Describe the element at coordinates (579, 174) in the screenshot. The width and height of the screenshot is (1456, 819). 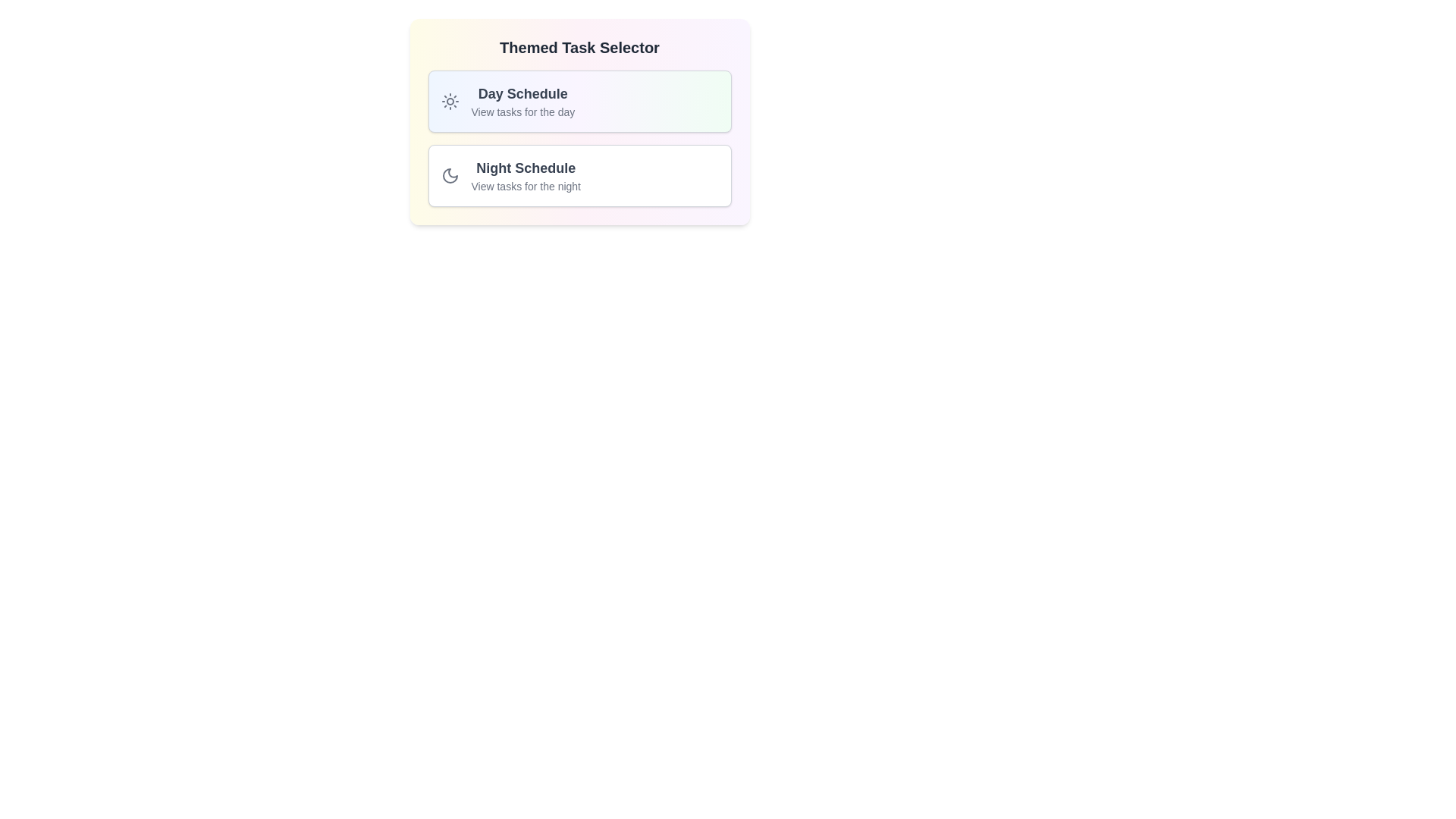
I see `the schedule by clicking on the corresponding option: Night Schedule` at that location.